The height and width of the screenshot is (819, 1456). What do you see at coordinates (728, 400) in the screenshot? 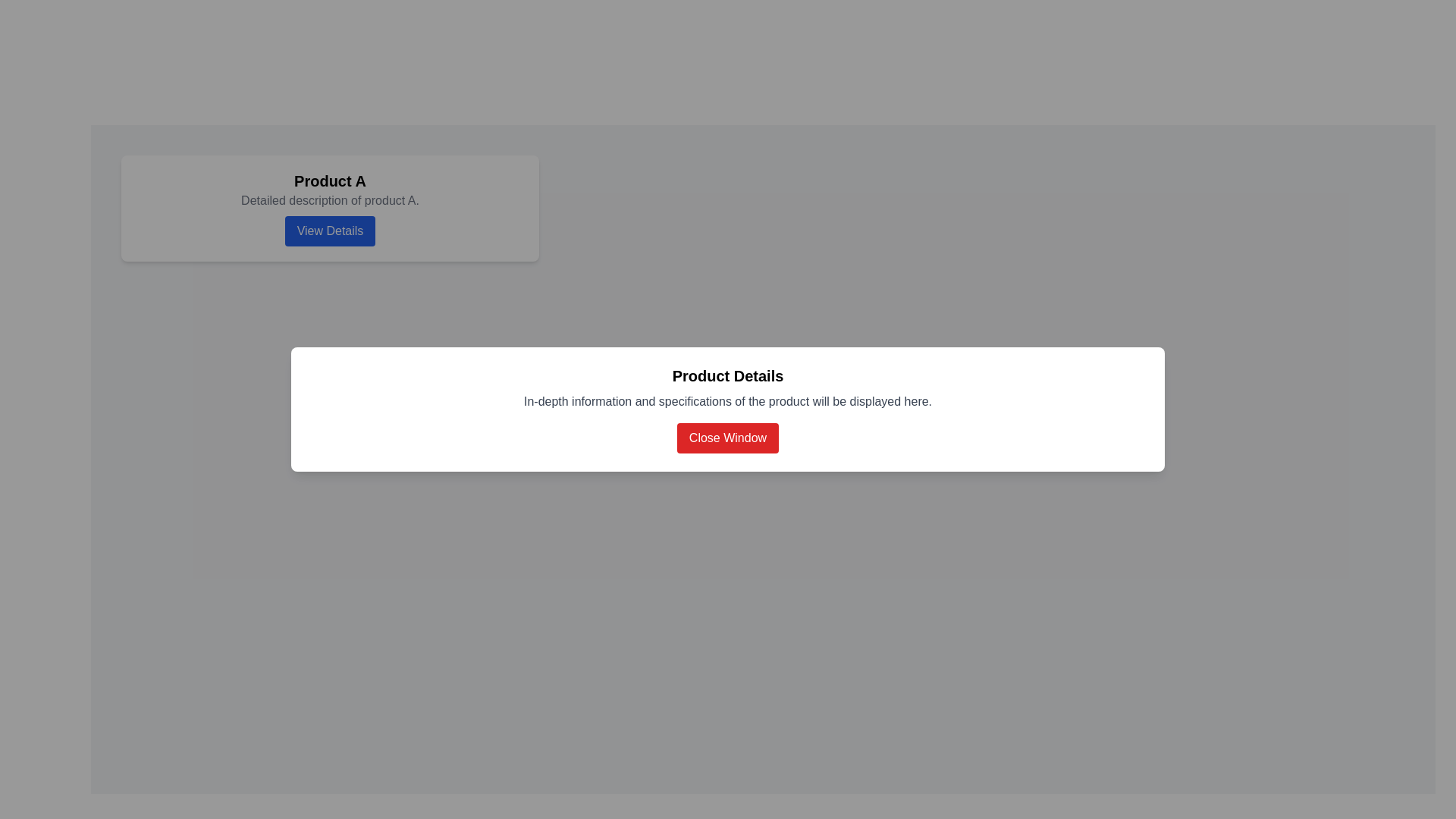
I see `the static text block that displays 'In-depth information and specifications of the product will be displayed here.' positioned below the 'Product Details' header` at bounding box center [728, 400].